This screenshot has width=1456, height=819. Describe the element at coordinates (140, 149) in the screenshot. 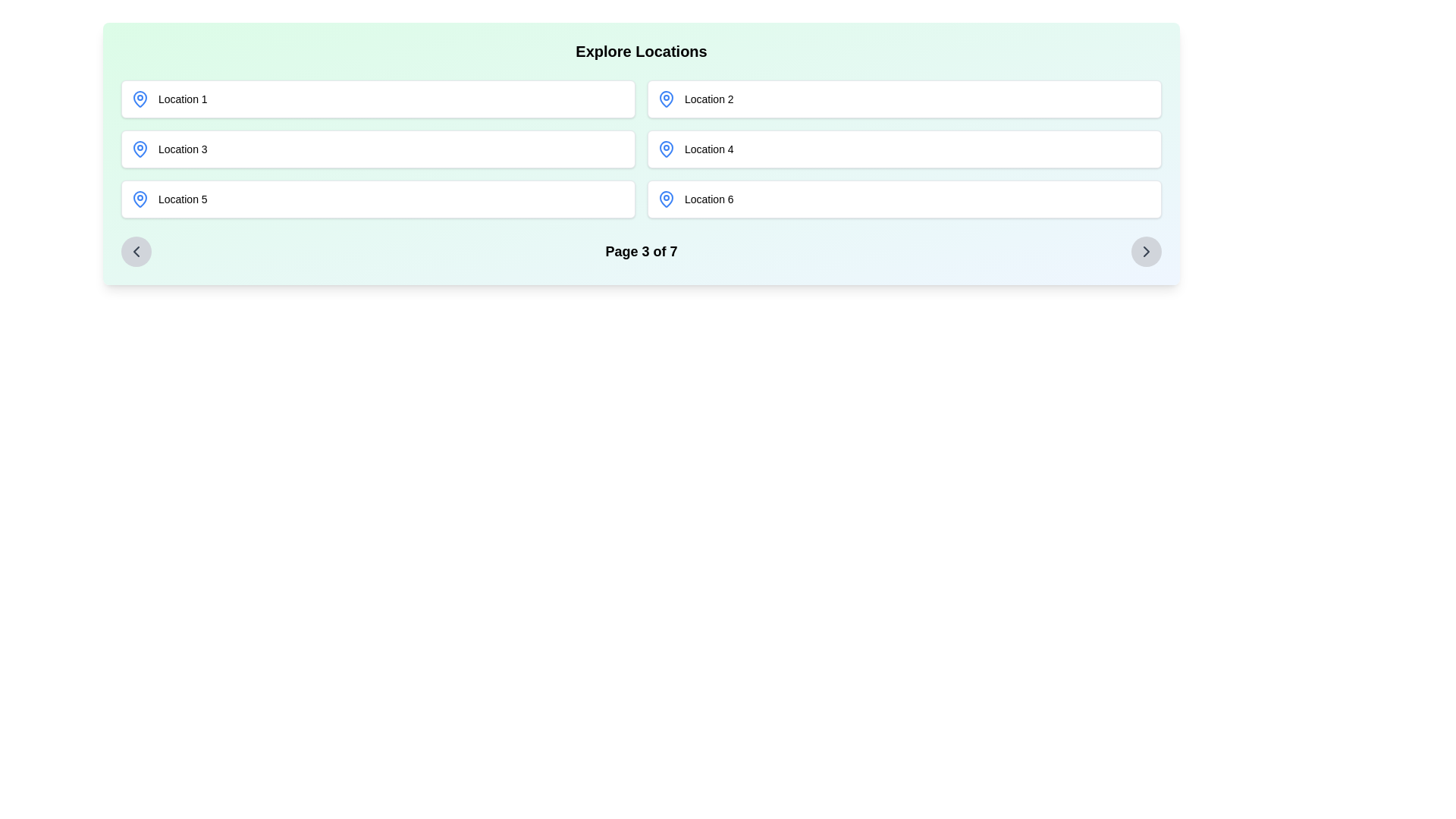

I see `the SVG icon representing a map pin next to the text 'Location 3' for annotation` at that location.